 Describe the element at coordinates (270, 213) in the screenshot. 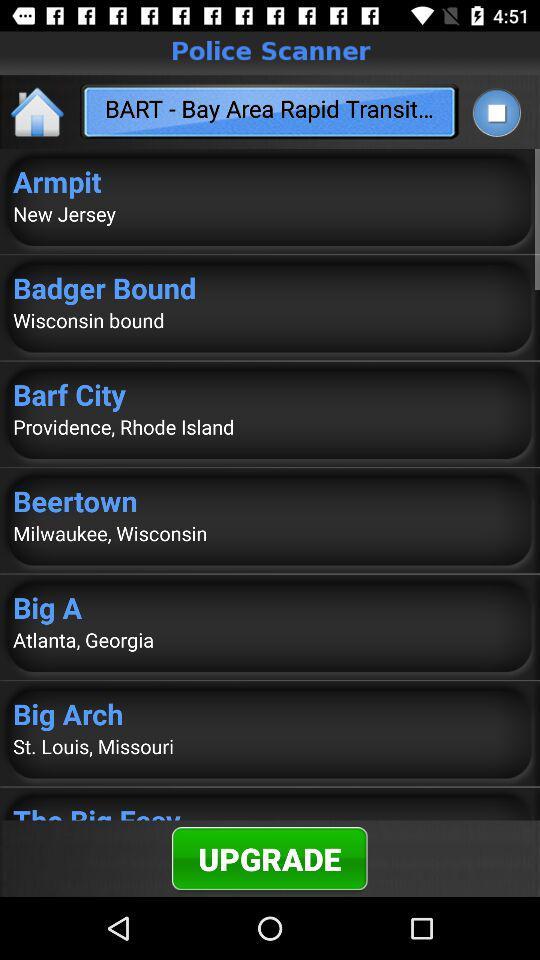

I see `app below the armpit app` at that location.